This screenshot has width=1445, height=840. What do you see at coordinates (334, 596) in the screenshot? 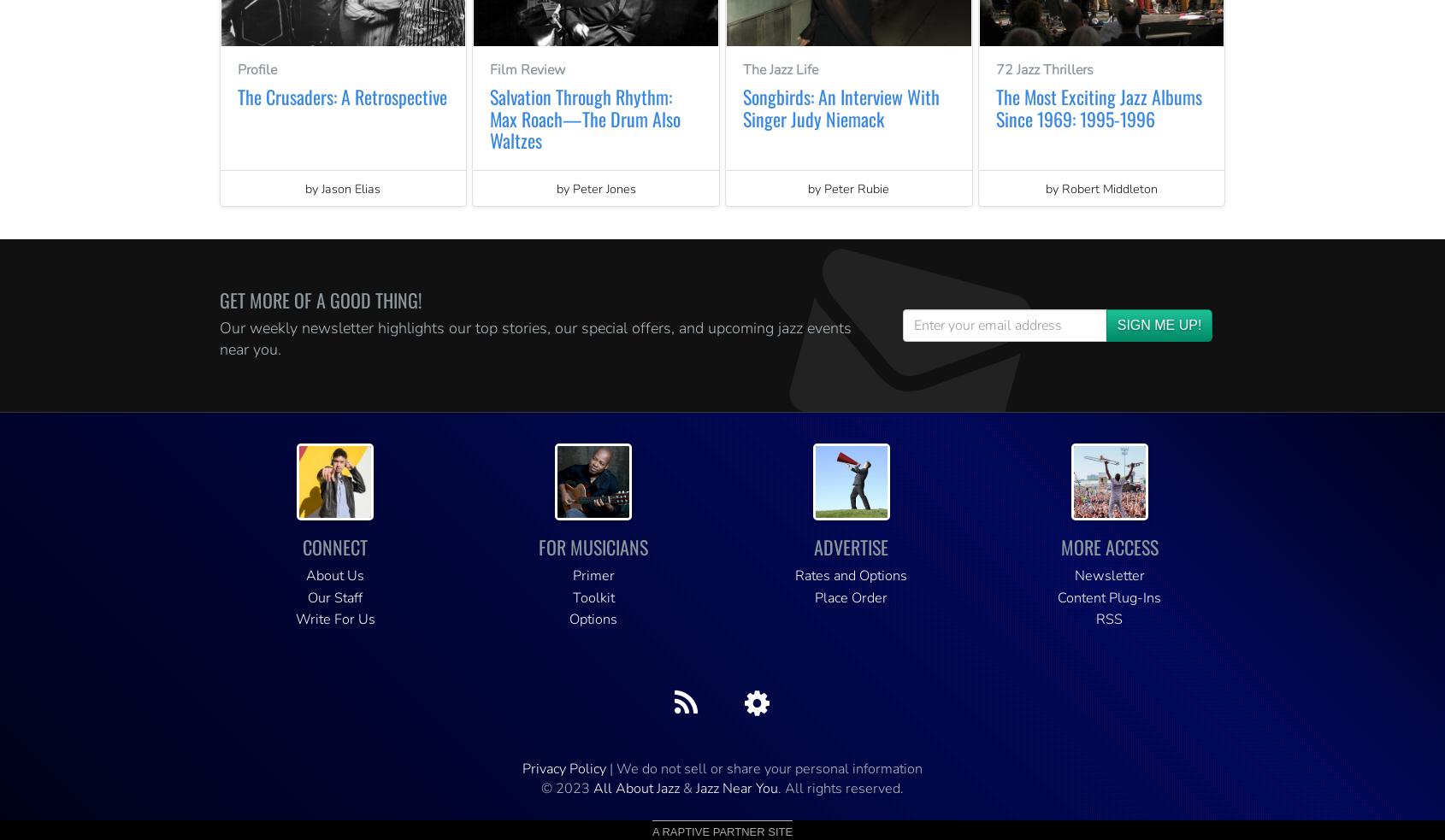
I see `'Our Staff'` at bounding box center [334, 596].